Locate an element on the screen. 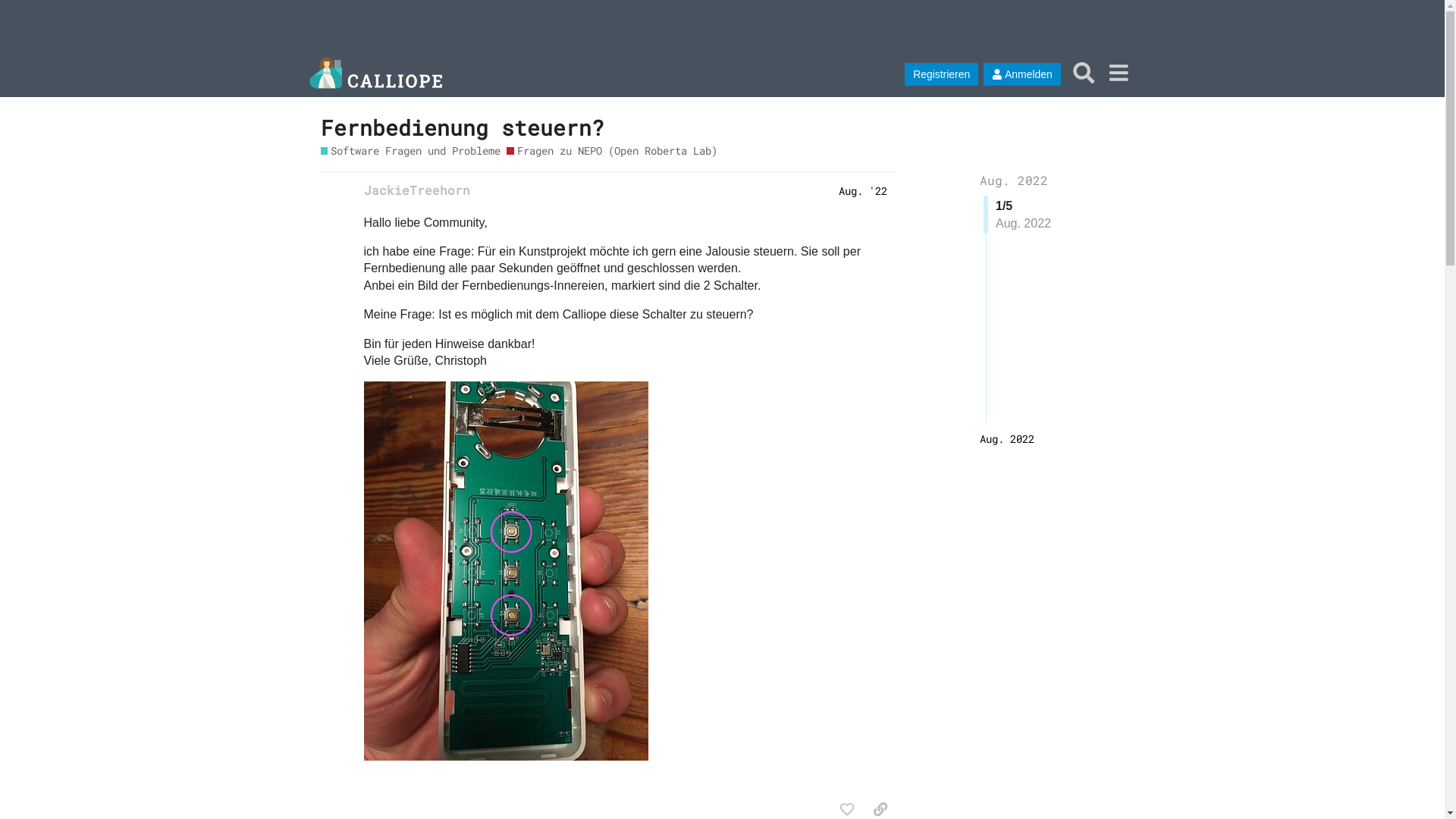  'Registrieren' is located at coordinates (940, 74).